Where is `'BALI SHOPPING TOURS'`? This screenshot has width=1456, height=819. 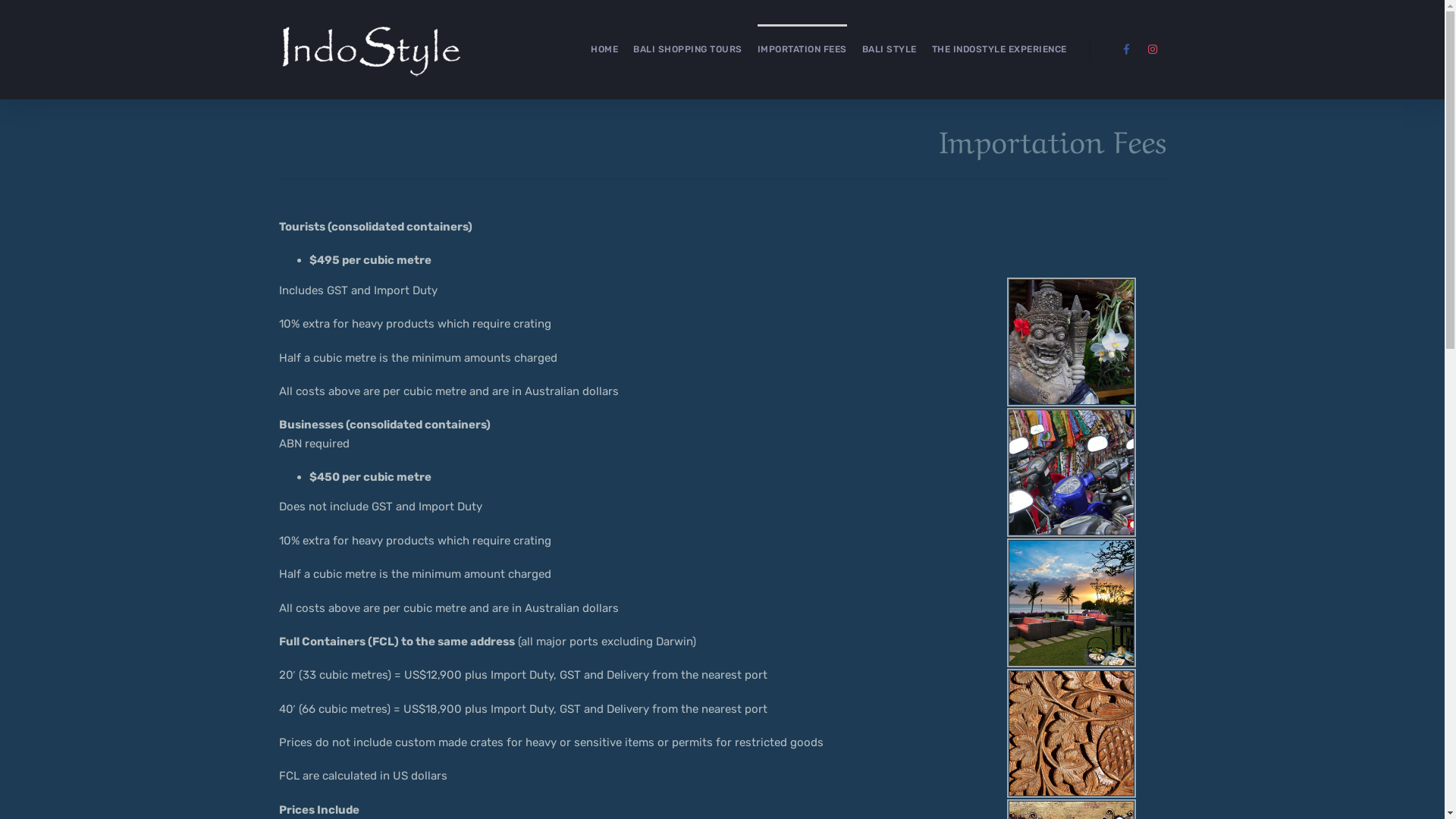
'BALI SHOPPING TOURS' is located at coordinates (687, 49).